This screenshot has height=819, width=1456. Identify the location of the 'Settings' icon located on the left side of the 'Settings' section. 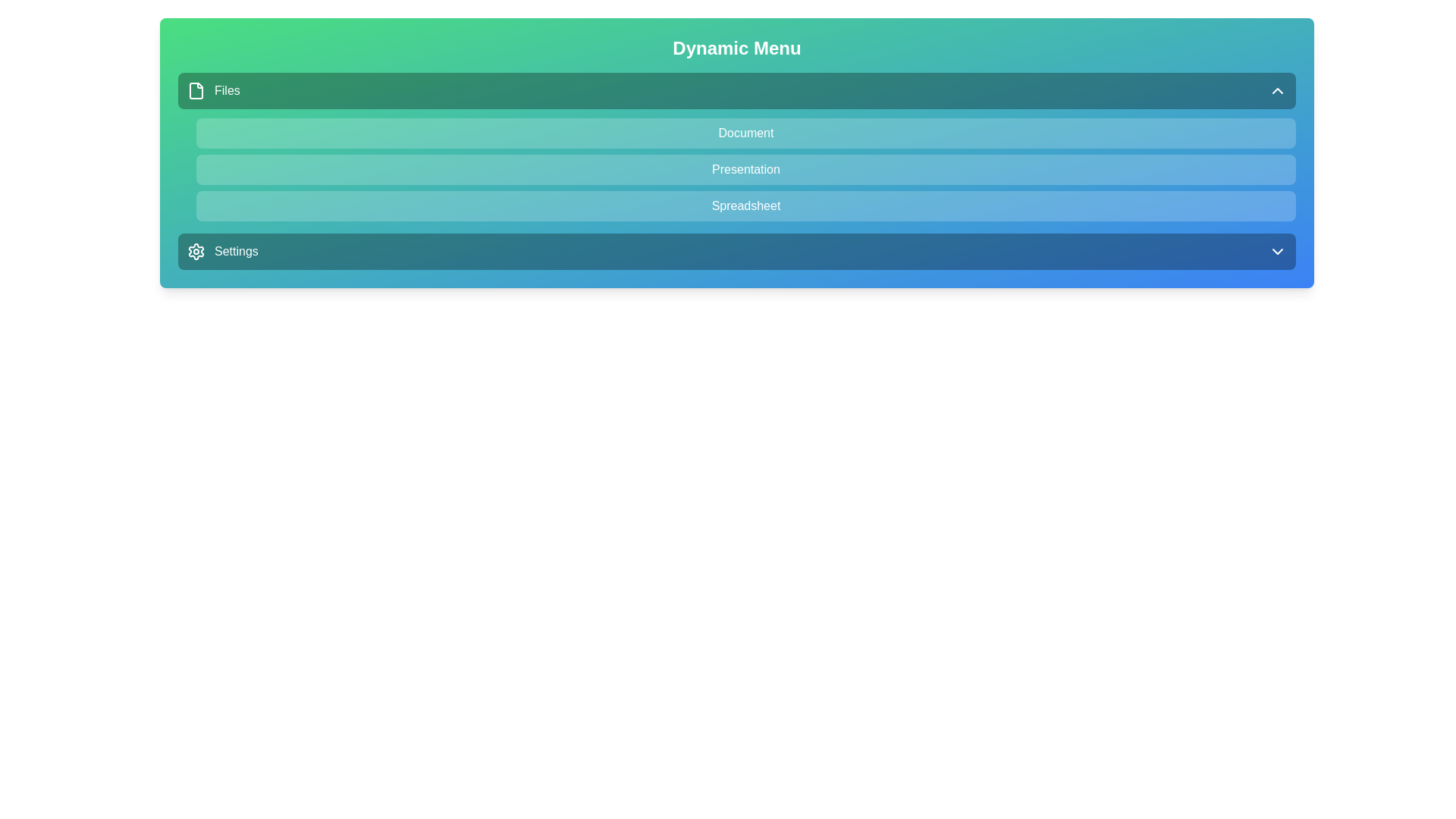
(196, 250).